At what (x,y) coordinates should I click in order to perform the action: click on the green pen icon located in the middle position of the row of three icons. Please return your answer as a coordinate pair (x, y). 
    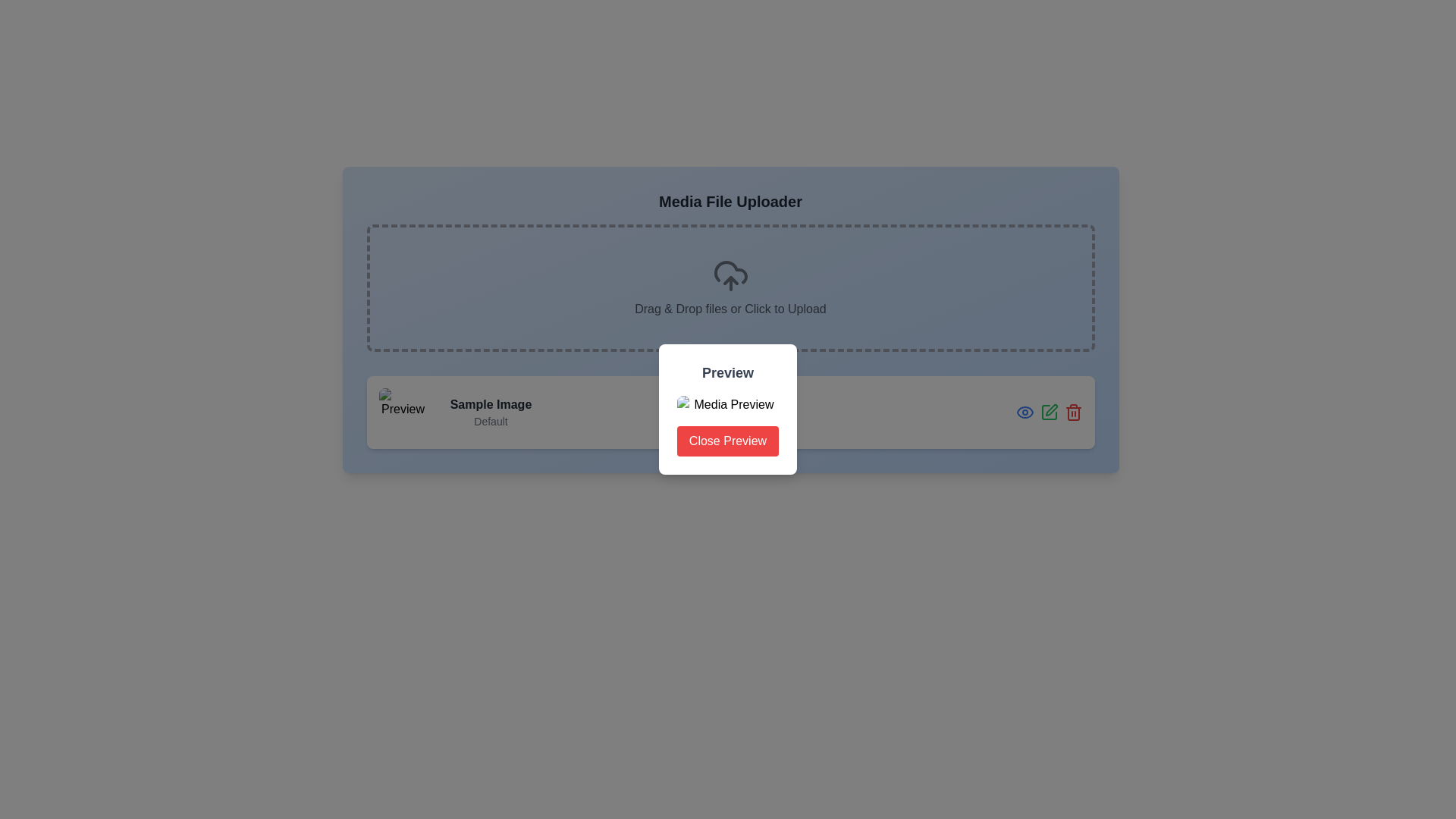
    Looking at the image, I should click on (1048, 412).